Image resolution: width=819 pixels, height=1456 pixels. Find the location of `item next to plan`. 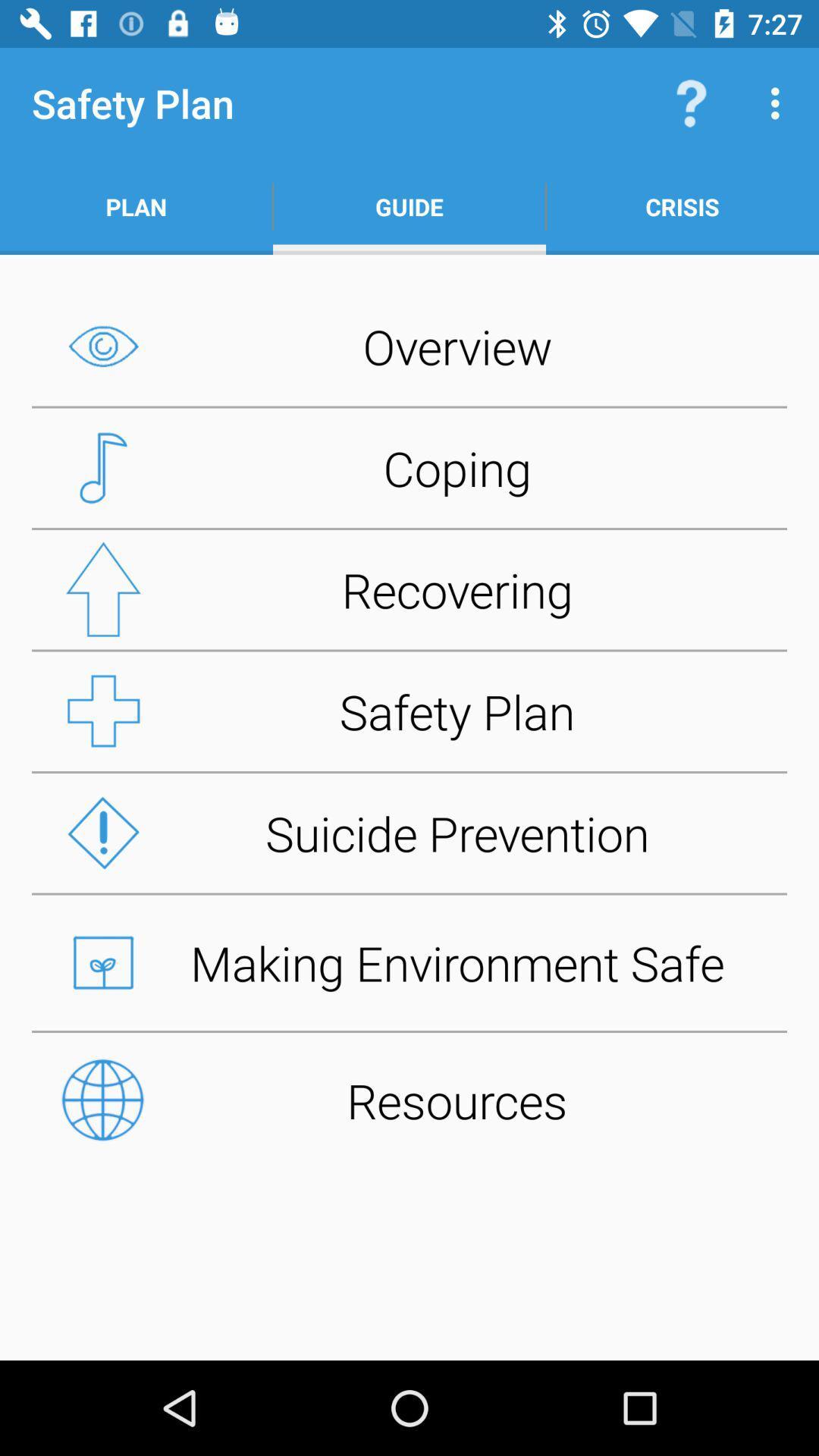

item next to plan is located at coordinates (409, 206).